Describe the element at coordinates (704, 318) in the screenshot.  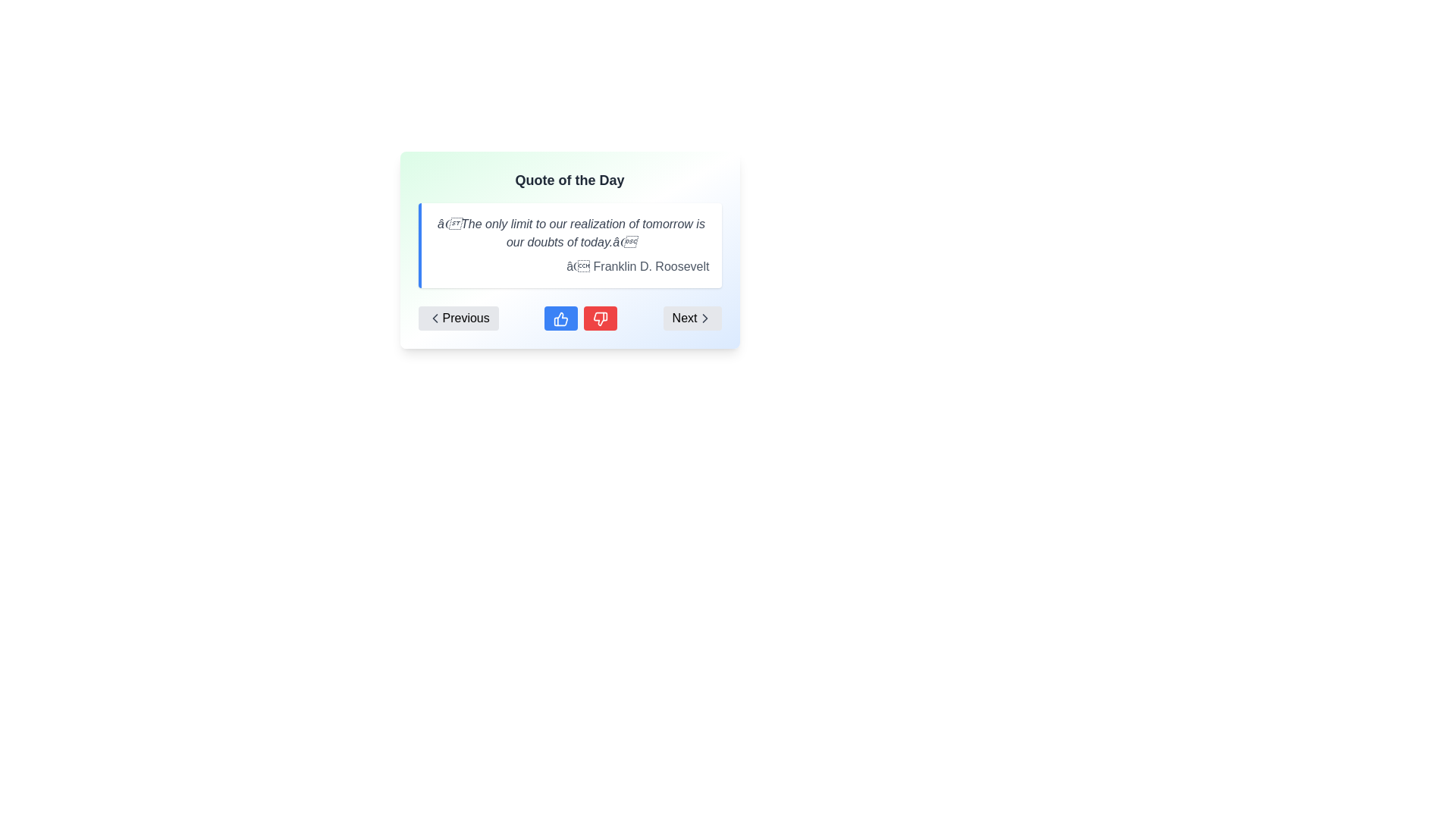
I see `the right arrow icon, which is located to the right of the 'Next' text in the navigation control group at the bottom-right corner of the interface` at that location.